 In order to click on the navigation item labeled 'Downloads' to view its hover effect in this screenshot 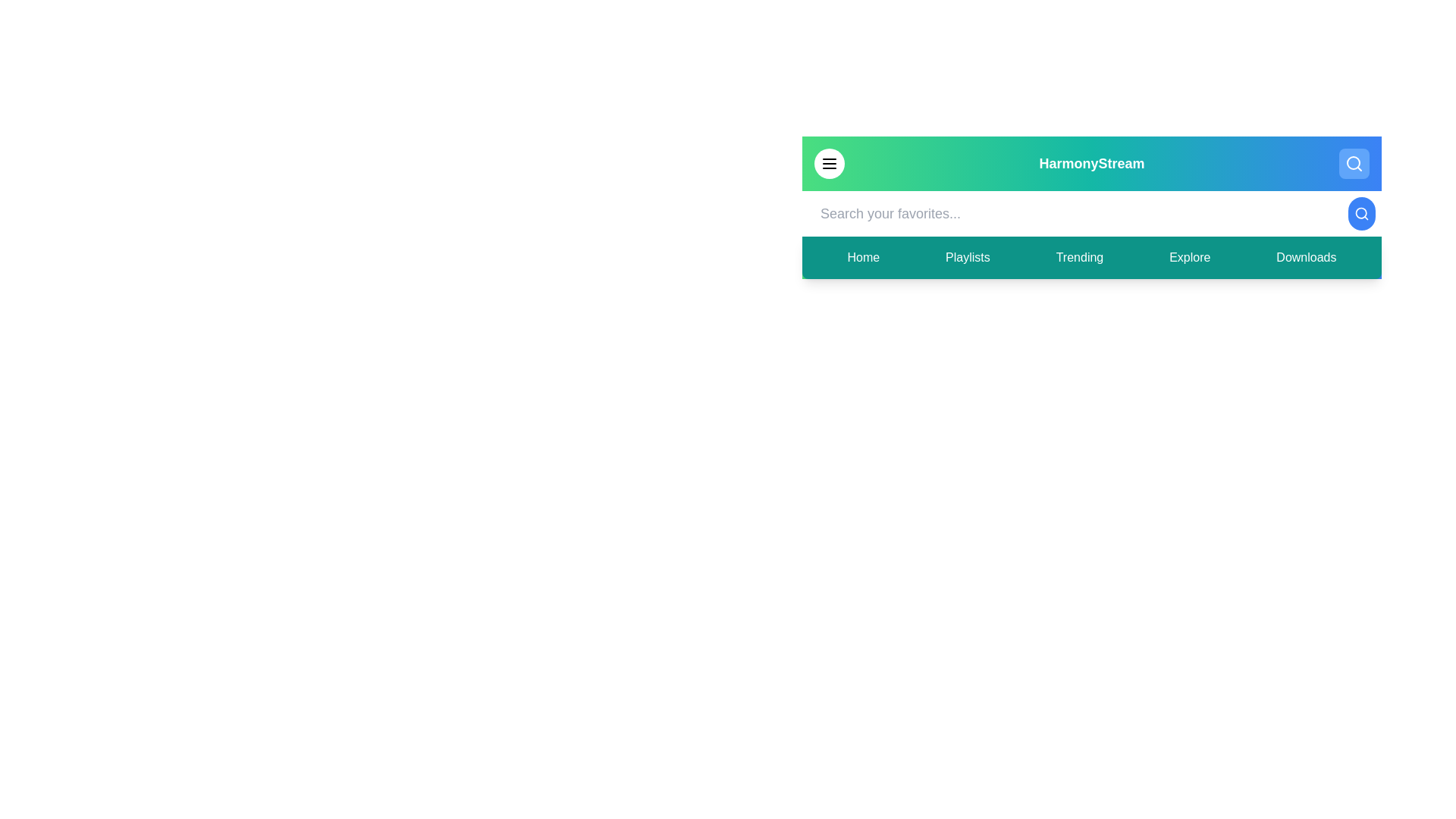, I will do `click(1306, 256)`.